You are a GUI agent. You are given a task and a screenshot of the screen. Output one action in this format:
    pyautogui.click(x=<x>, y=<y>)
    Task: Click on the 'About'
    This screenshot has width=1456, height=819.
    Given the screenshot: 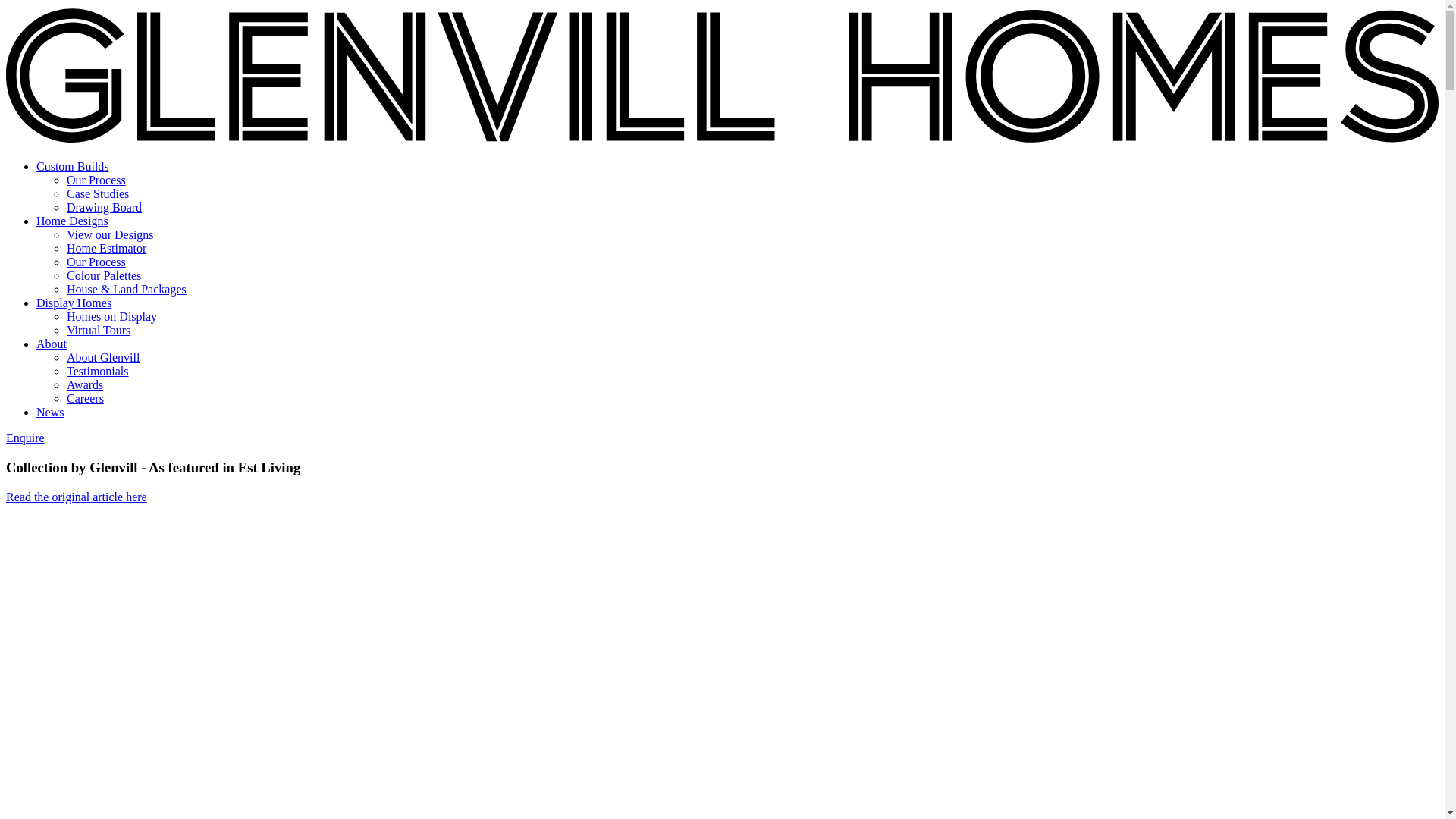 What is the action you would take?
    pyautogui.click(x=51, y=344)
    